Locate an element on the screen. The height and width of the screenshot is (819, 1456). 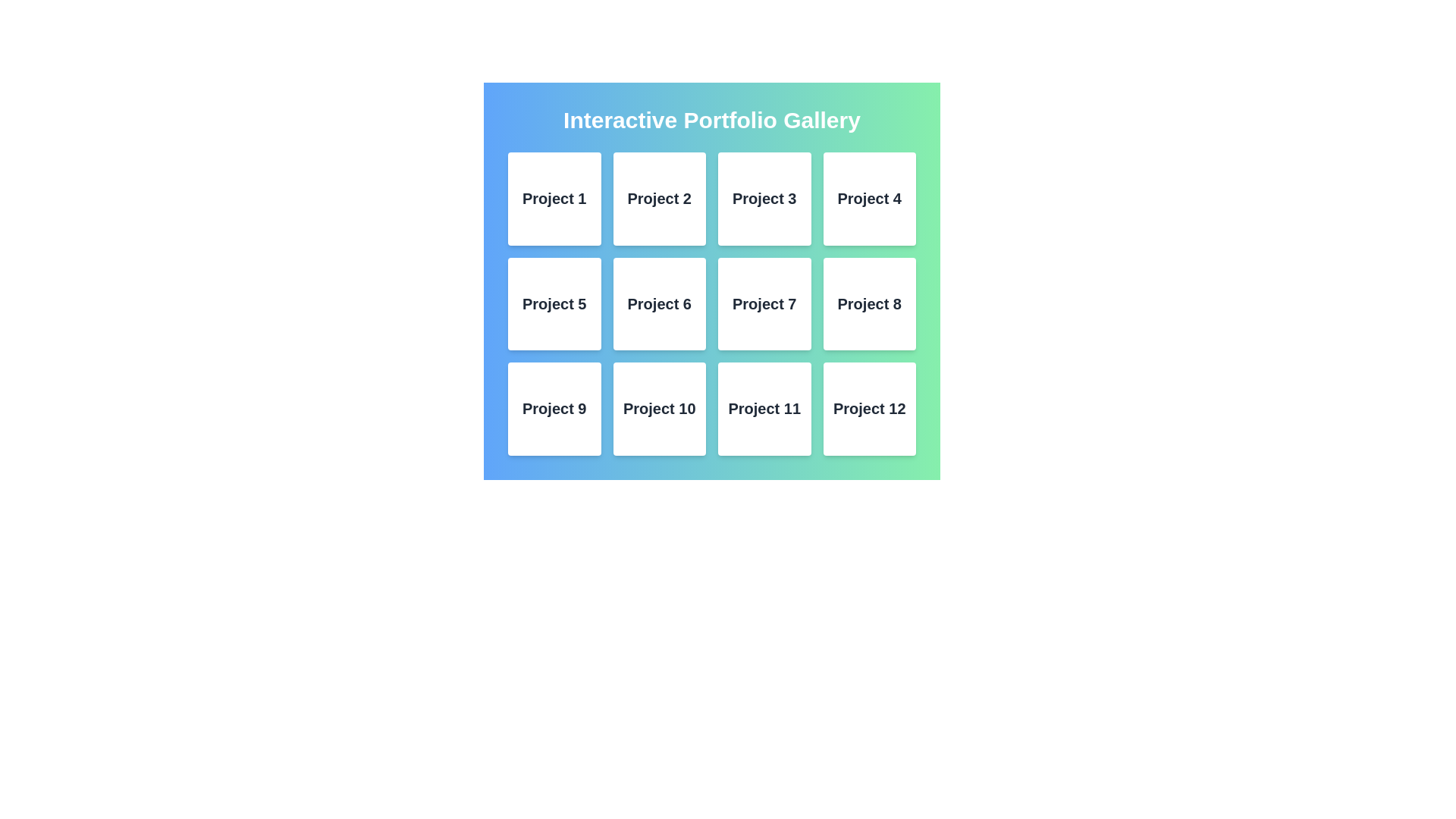
the circular button with an embedded share icon located at the top-right corner of the 'Project 4' tile in the Interactive Portfolio Gallery to trigger a tooltip or visual response is located at coordinates (889, 198).